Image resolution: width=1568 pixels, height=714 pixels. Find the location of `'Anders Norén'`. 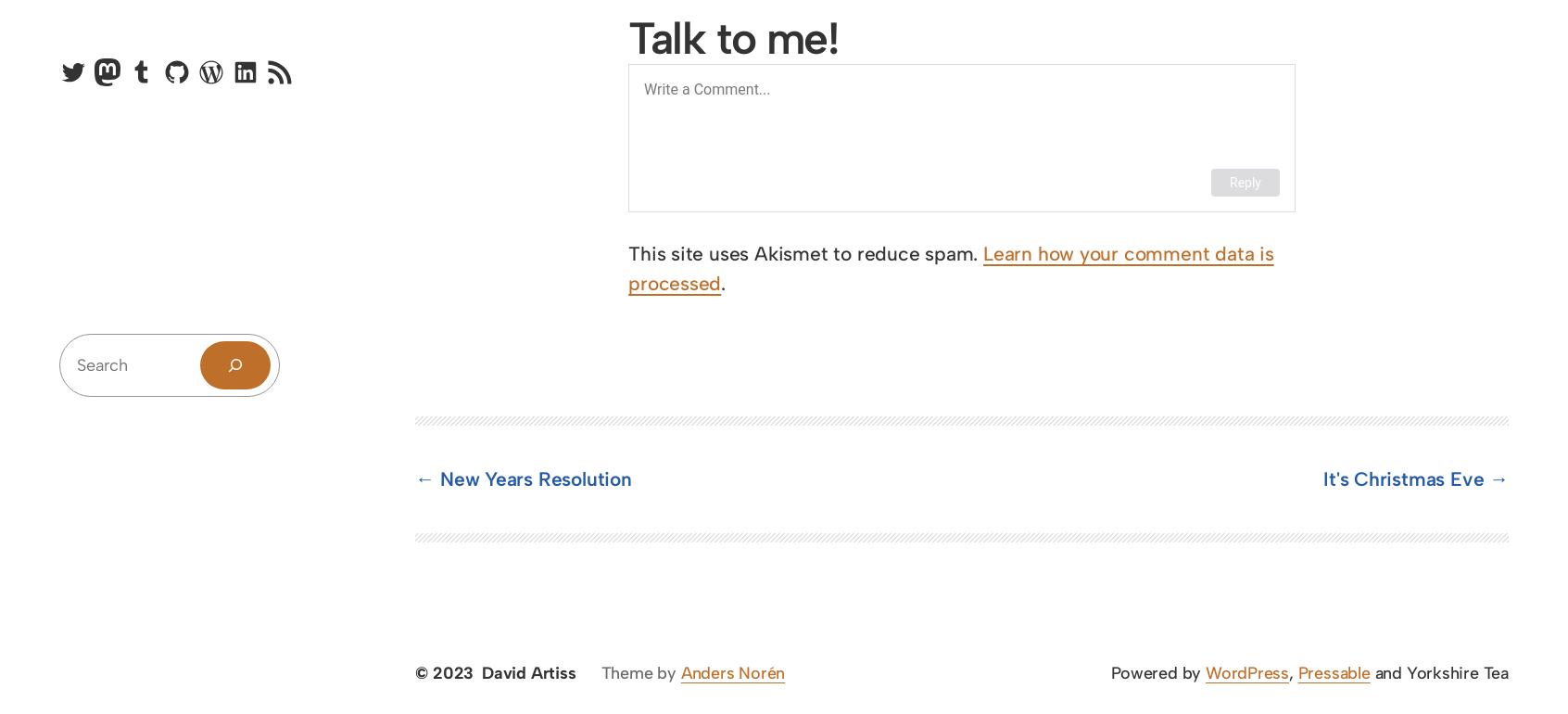

'Anders Norén' is located at coordinates (678, 672).